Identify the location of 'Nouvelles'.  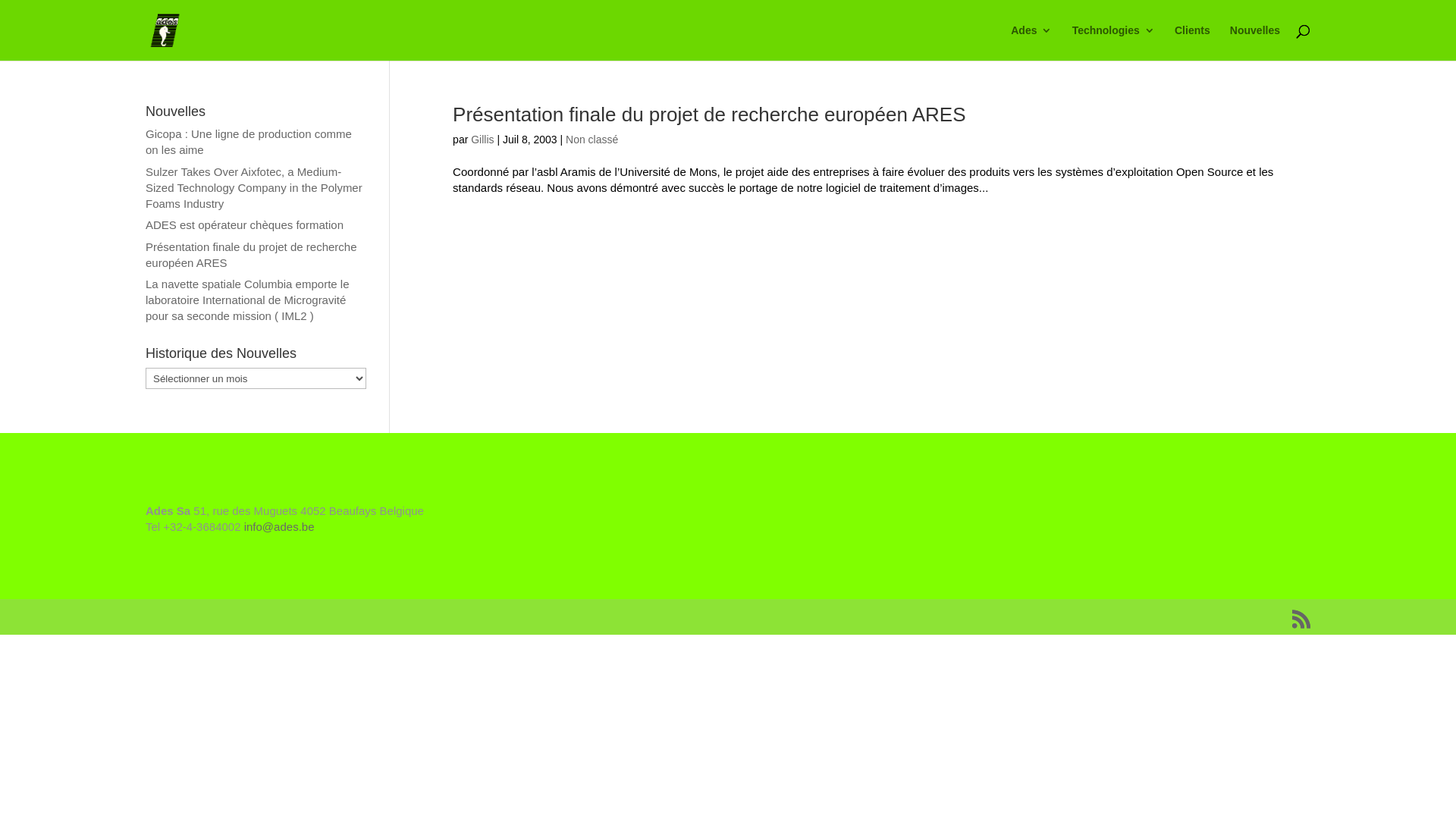
(1255, 42).